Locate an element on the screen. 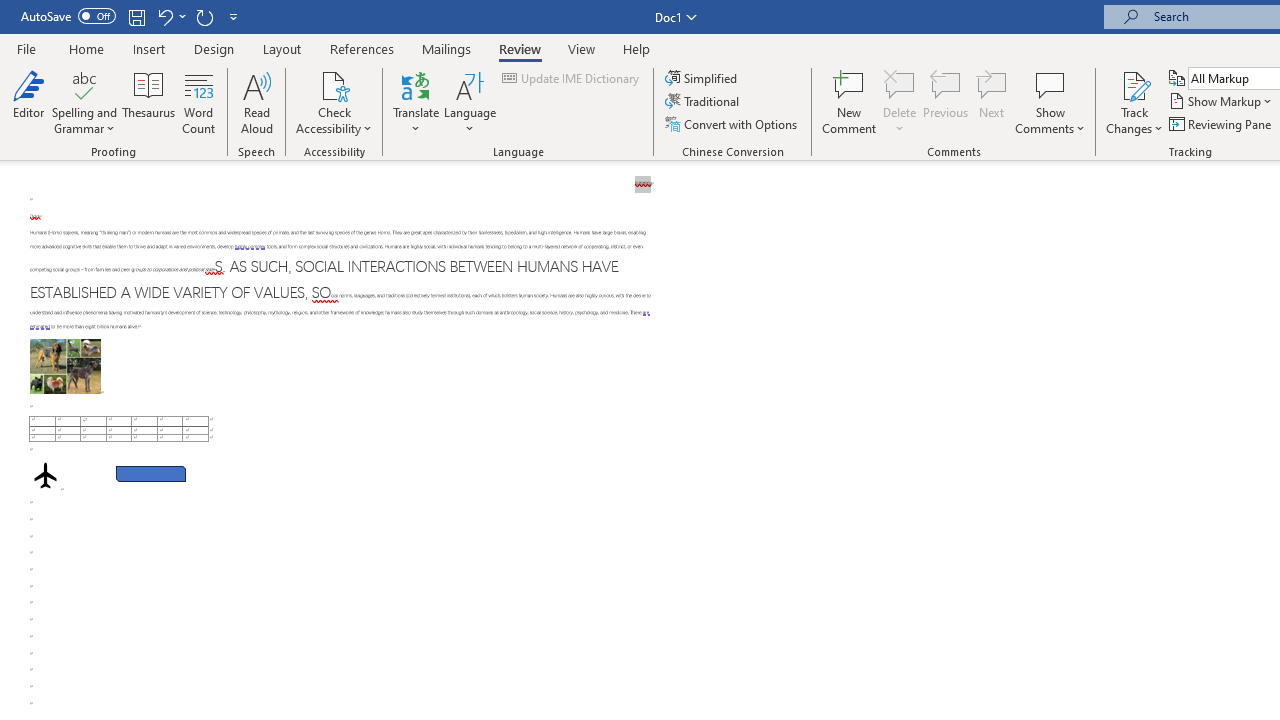 Image resolution: width=1280 pixels, height=720 pixels. 'Delete' is located at coordinates (899, 84).